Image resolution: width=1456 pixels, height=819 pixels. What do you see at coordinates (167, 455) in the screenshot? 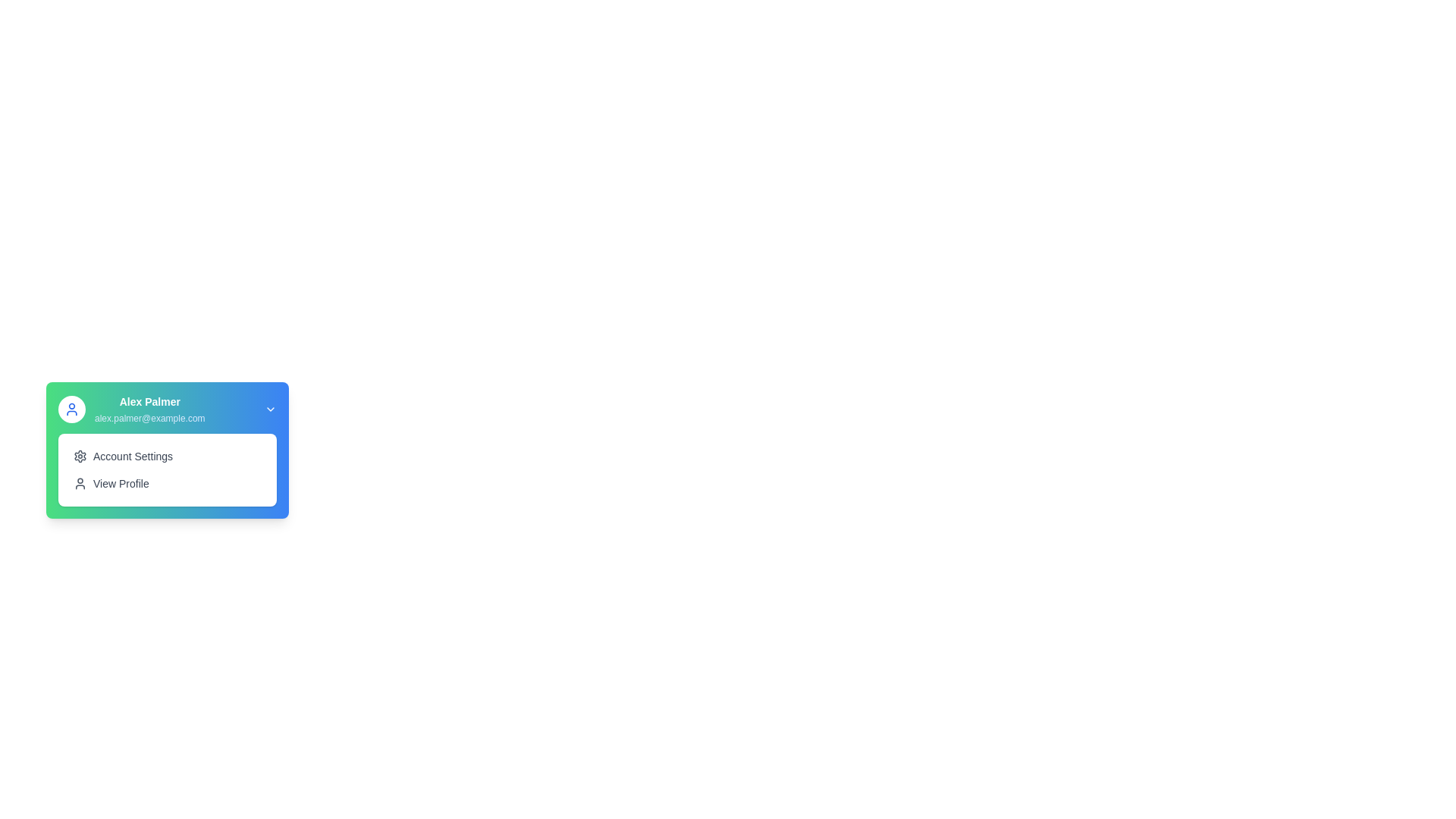
I see `the navigation button in the dropdown menu above the 'View Profile' button` at bounding box center [167, 455].